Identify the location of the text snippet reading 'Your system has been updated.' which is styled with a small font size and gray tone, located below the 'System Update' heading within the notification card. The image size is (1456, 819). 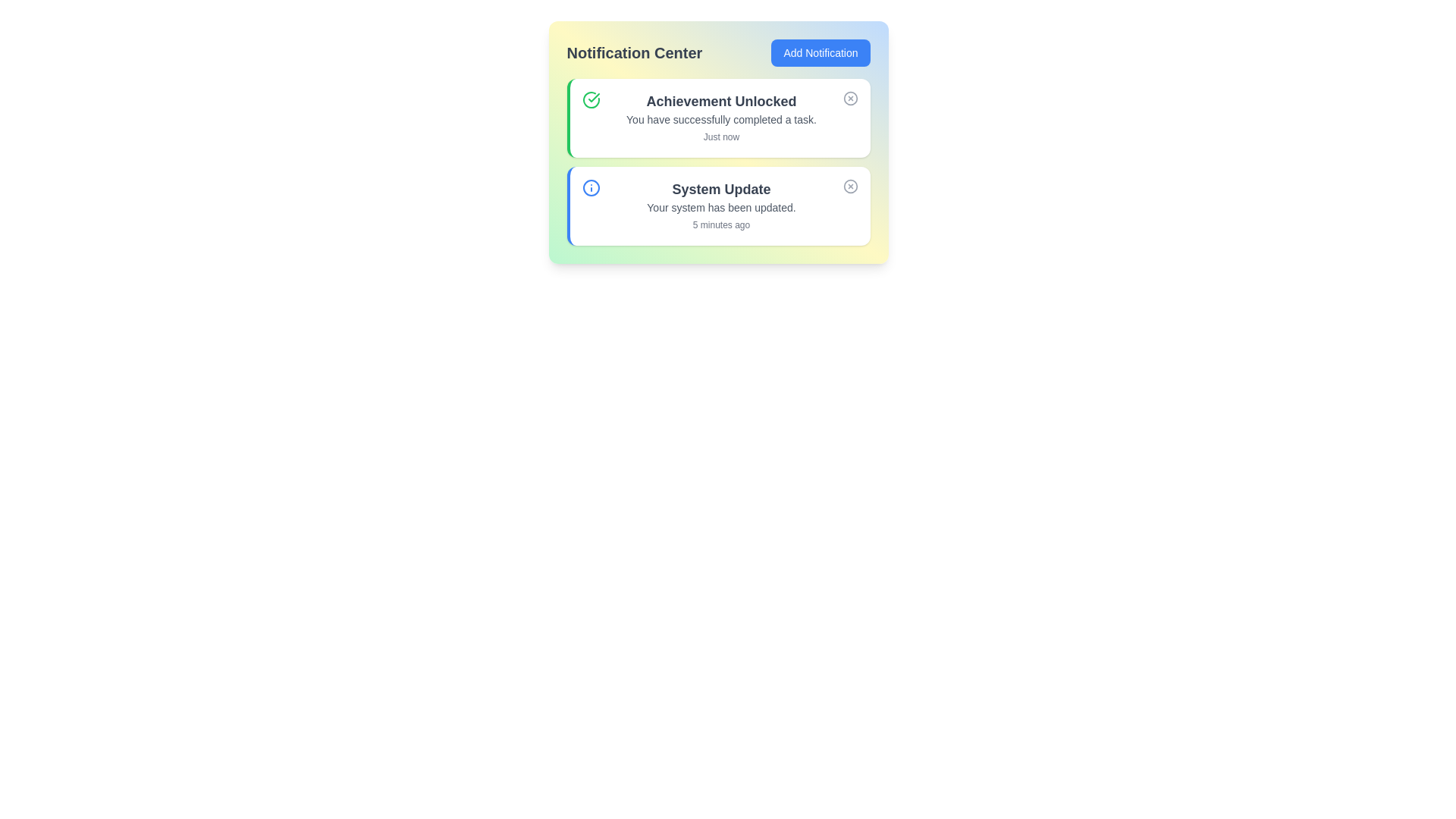
(720, 207).